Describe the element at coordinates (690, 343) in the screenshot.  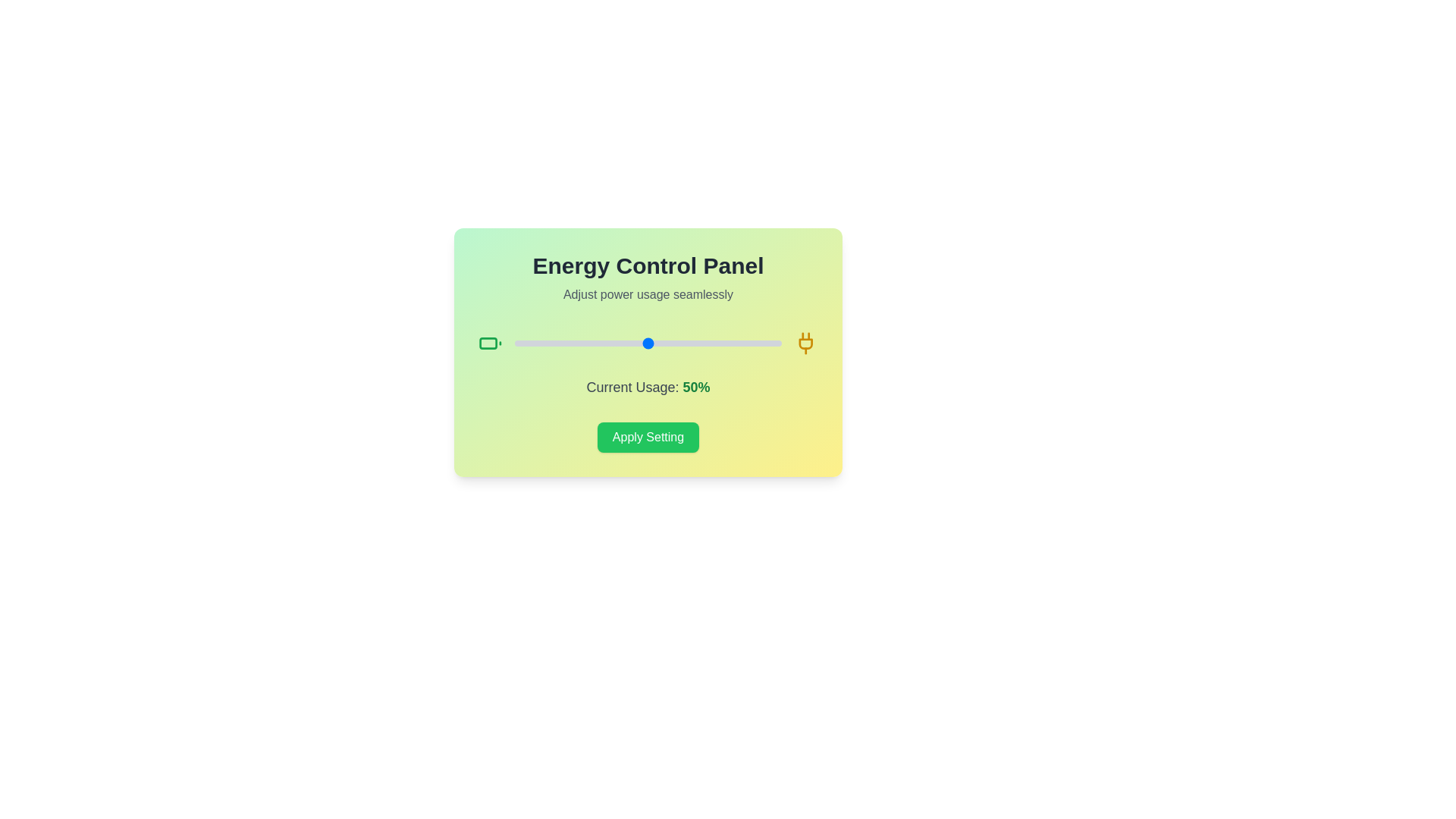
I see `the slider` at that location.